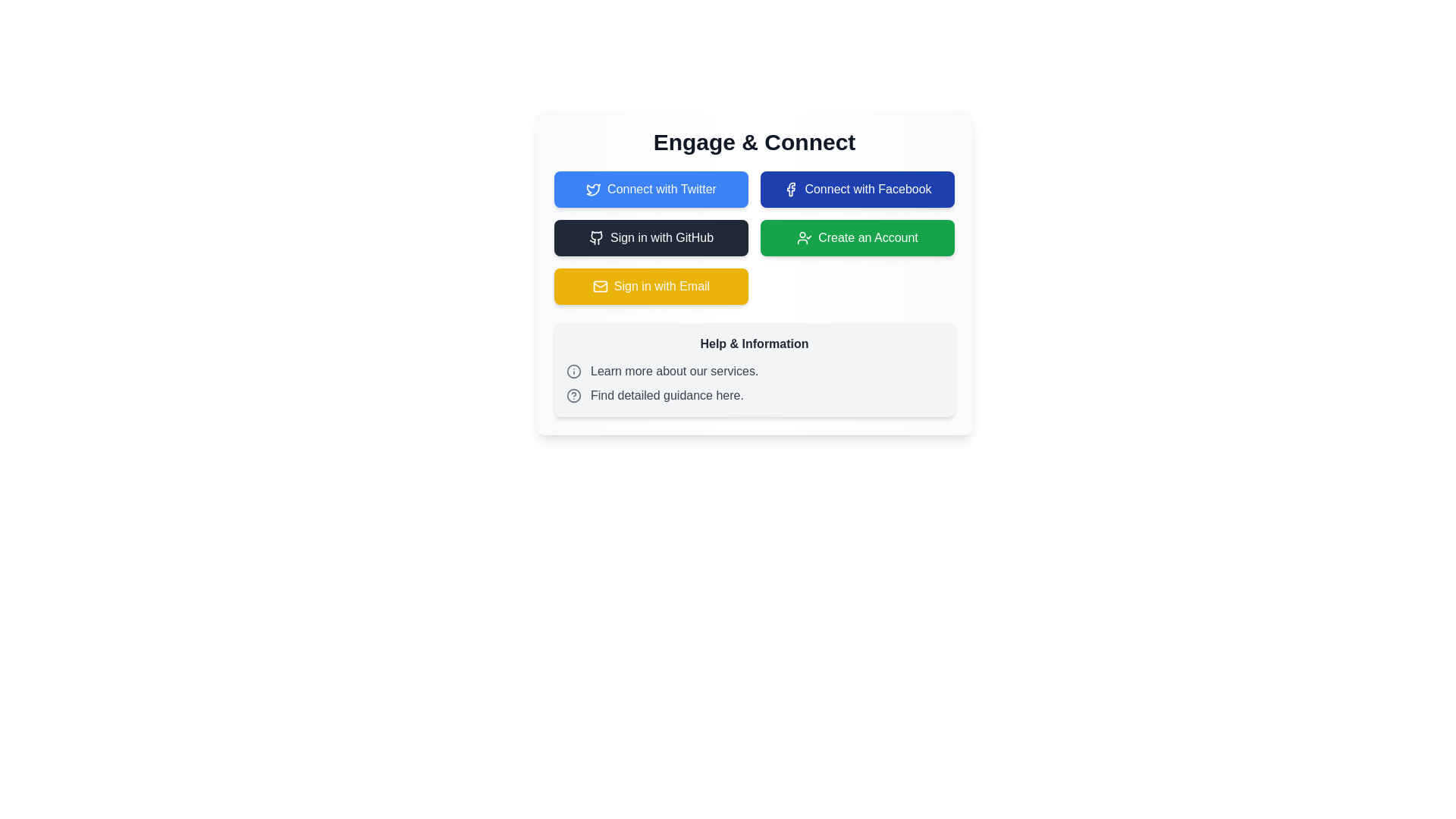  I want to click on the SVG circle element that is part of the help icon located in the 'Help & Information' section below the main content buttons, so click(573, 394).